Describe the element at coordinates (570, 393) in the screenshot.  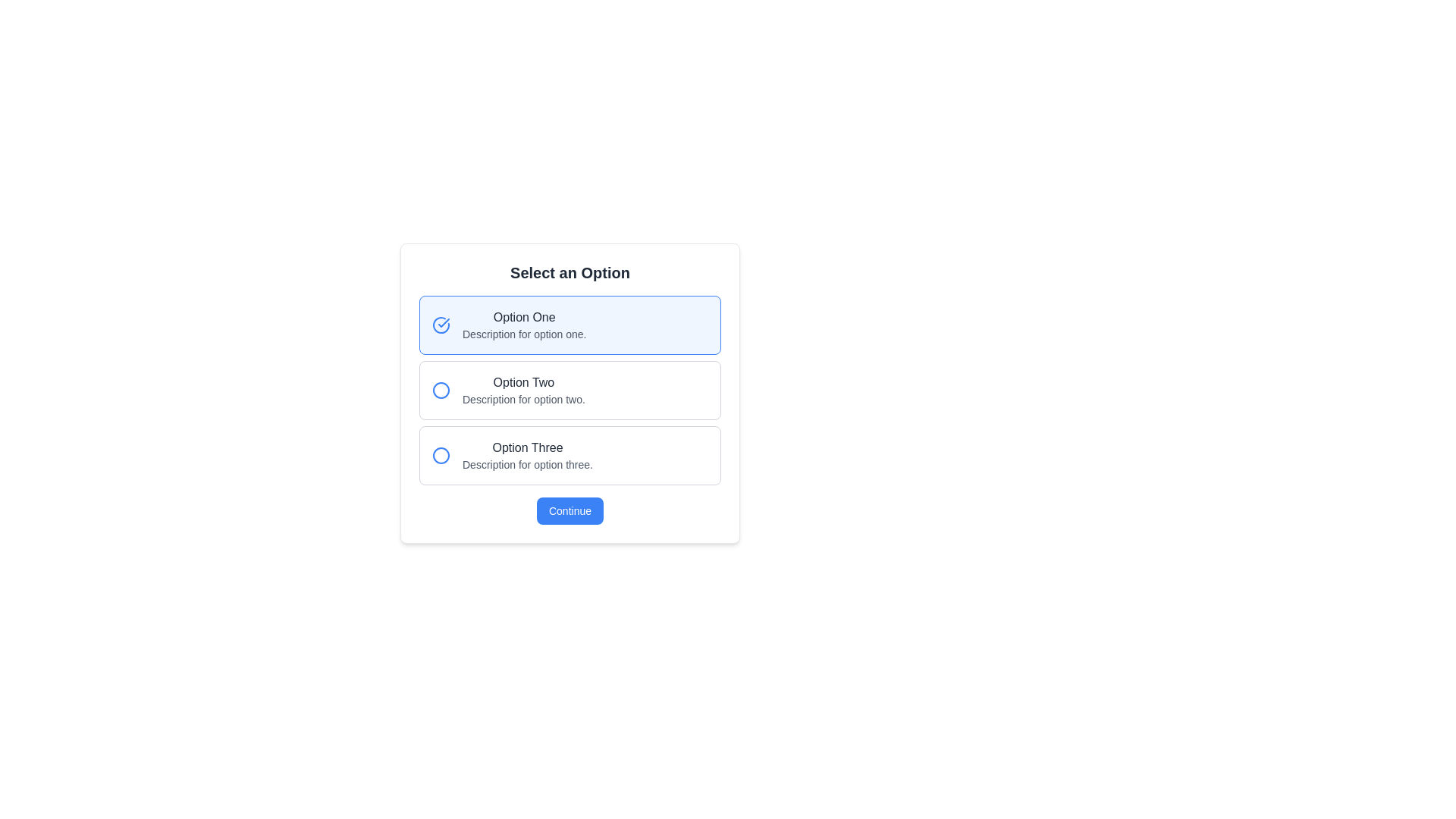
I see `one of the selectable options in the card titled 'Select an Option'` at that location.